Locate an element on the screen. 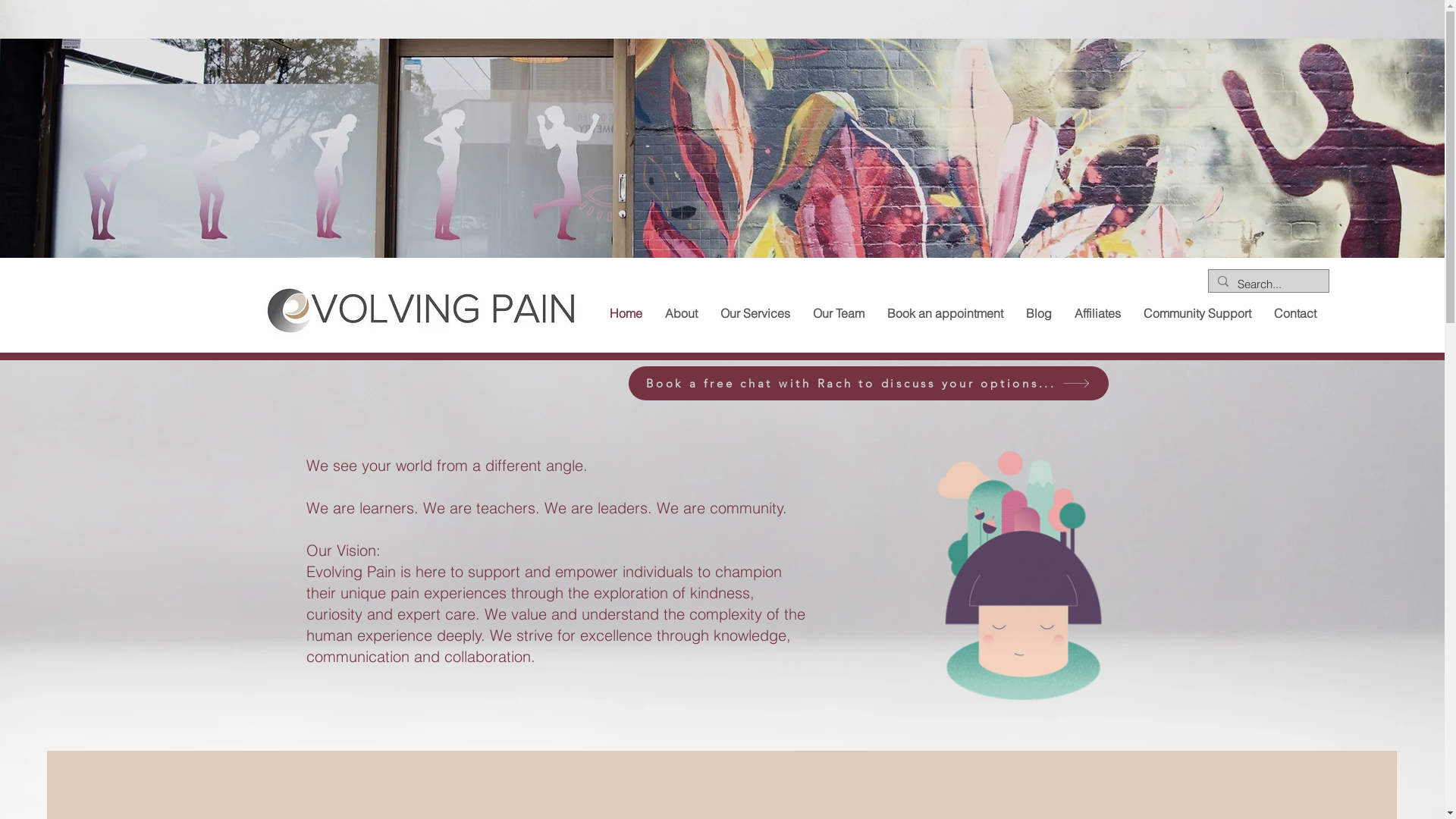 This screenshot has height=819, width=1456. 'Our Services' is located at coordinates (754, 312).